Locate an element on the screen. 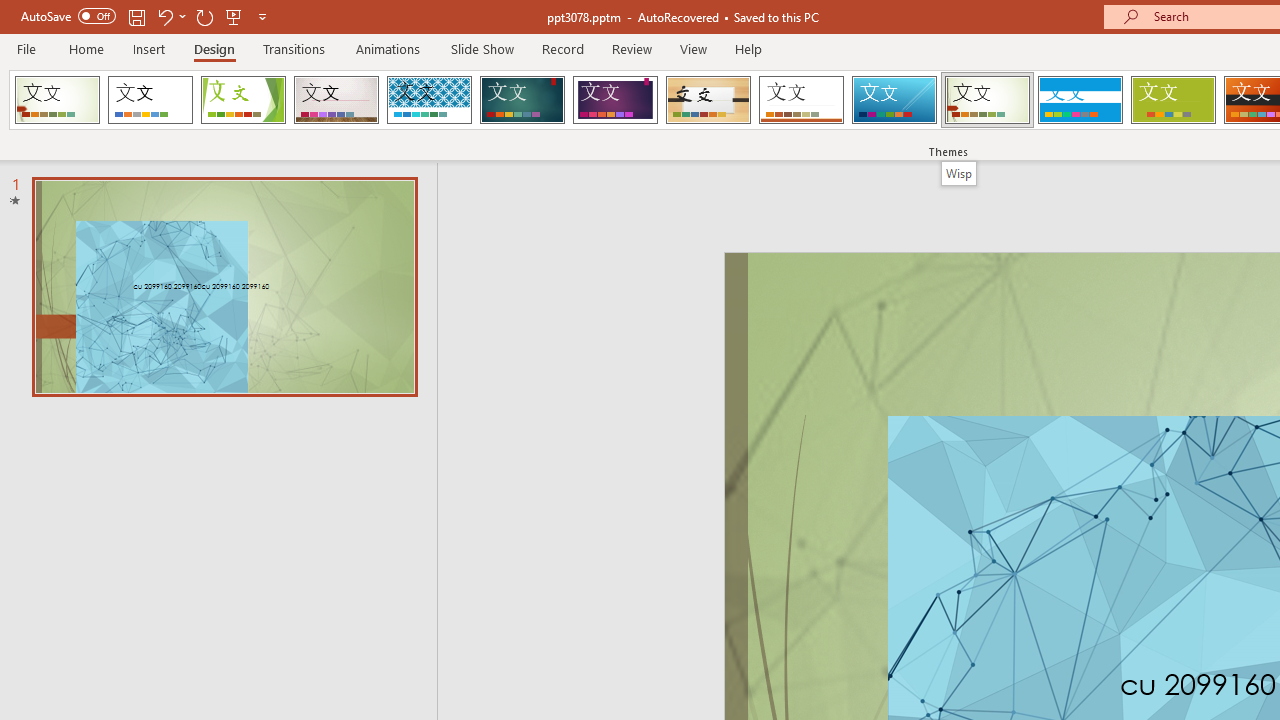 The image size is (1280, 720). 'Customize Quick Access Toolbar' is located at coordinates (262, 16).